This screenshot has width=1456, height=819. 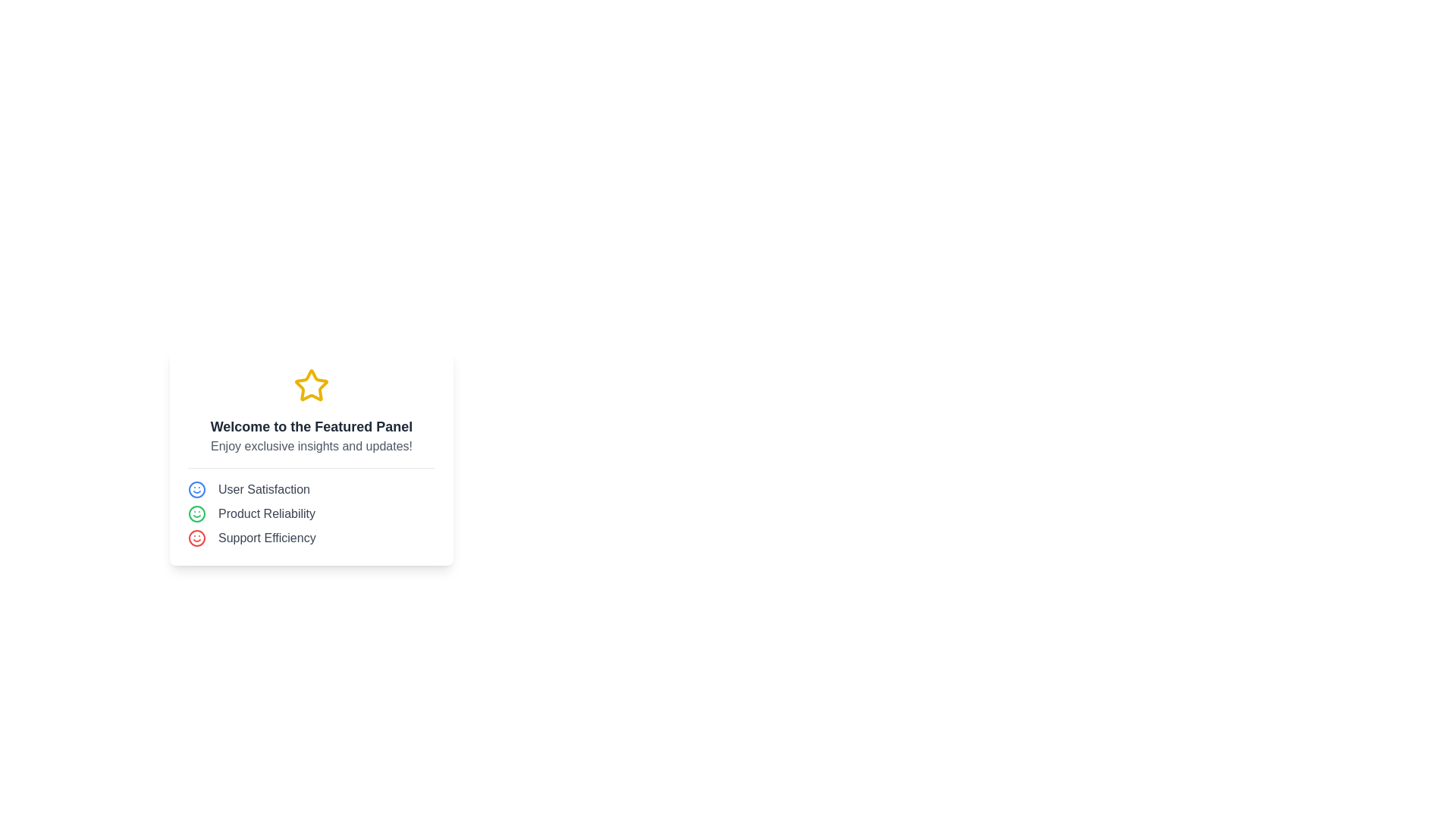 What do you see at coordinates (311, 513) in the screenshot?
I see `the second item in the vertically stacked group of three, labeled with an icon that summarizes product reliability, to potentially view further details` at bounding box center [311, 513].